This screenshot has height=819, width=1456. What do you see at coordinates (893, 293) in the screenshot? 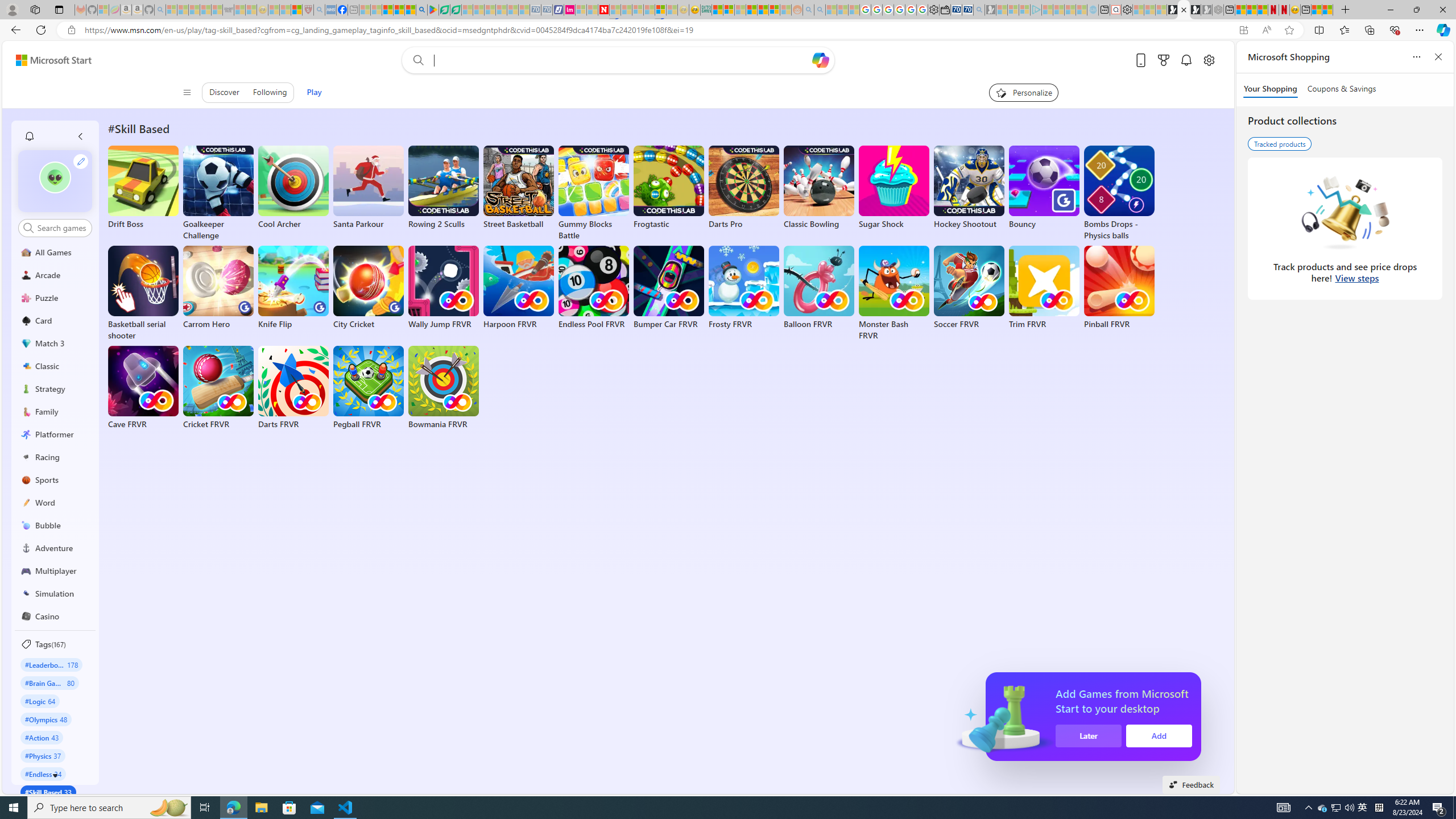
I see `'Monster Bash FRVR'` at bounding box center [893, 293].